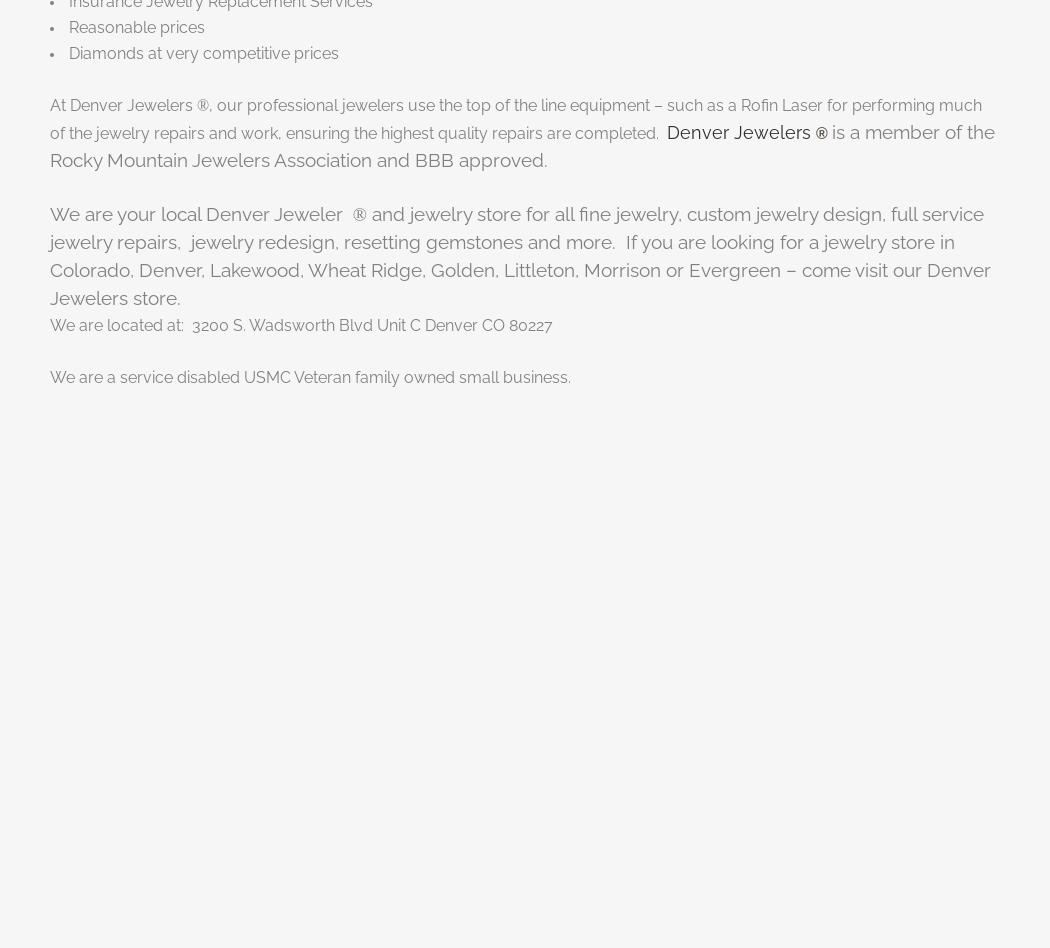  Describe the element at coordinates (136, 26) in the screenshot. I see `'Reasonable prices'` at that location.